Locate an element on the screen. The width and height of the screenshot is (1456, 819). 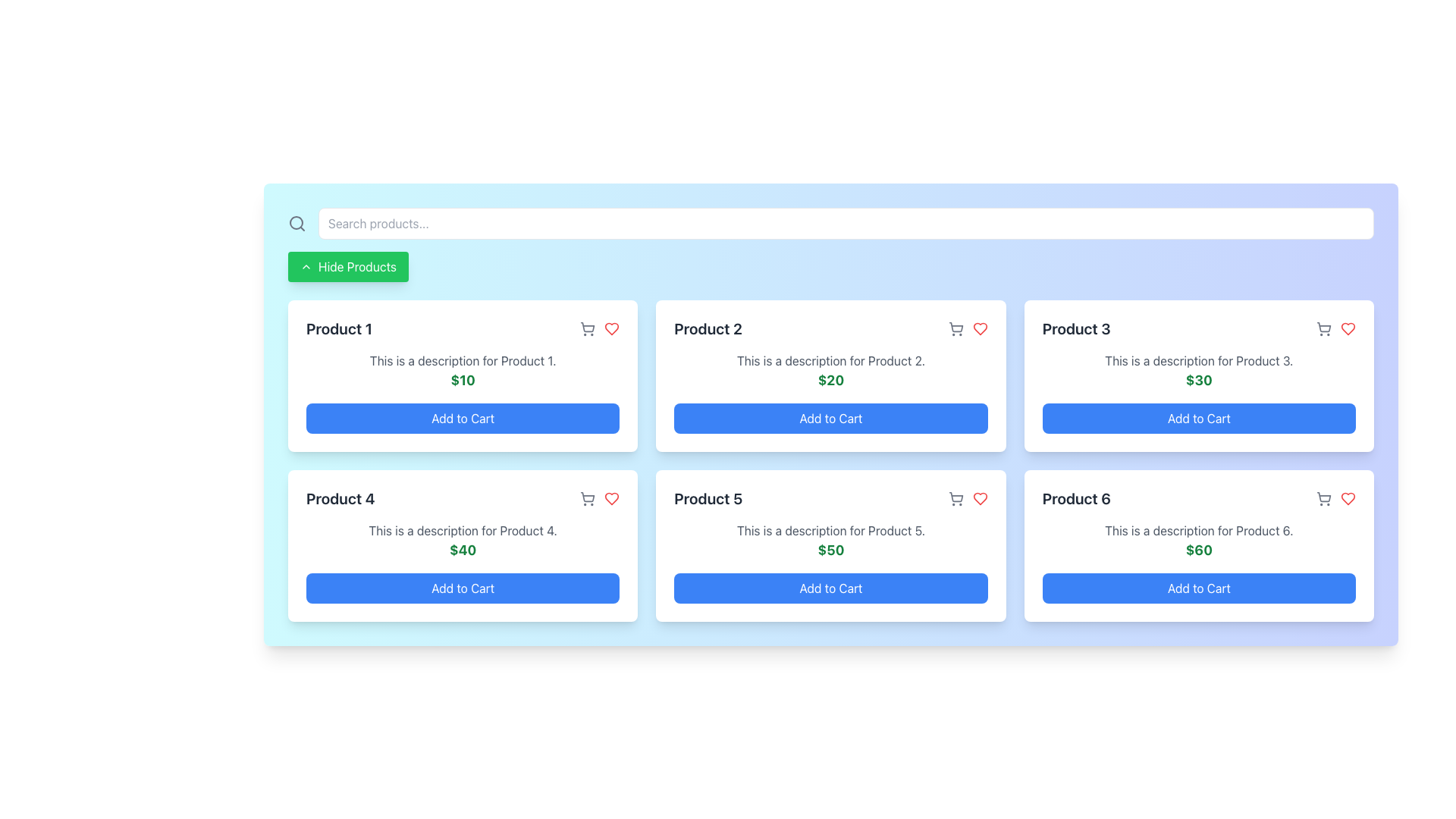
the favorite icon located in the top right corner of the first product card is located at coordinates (612, 328).